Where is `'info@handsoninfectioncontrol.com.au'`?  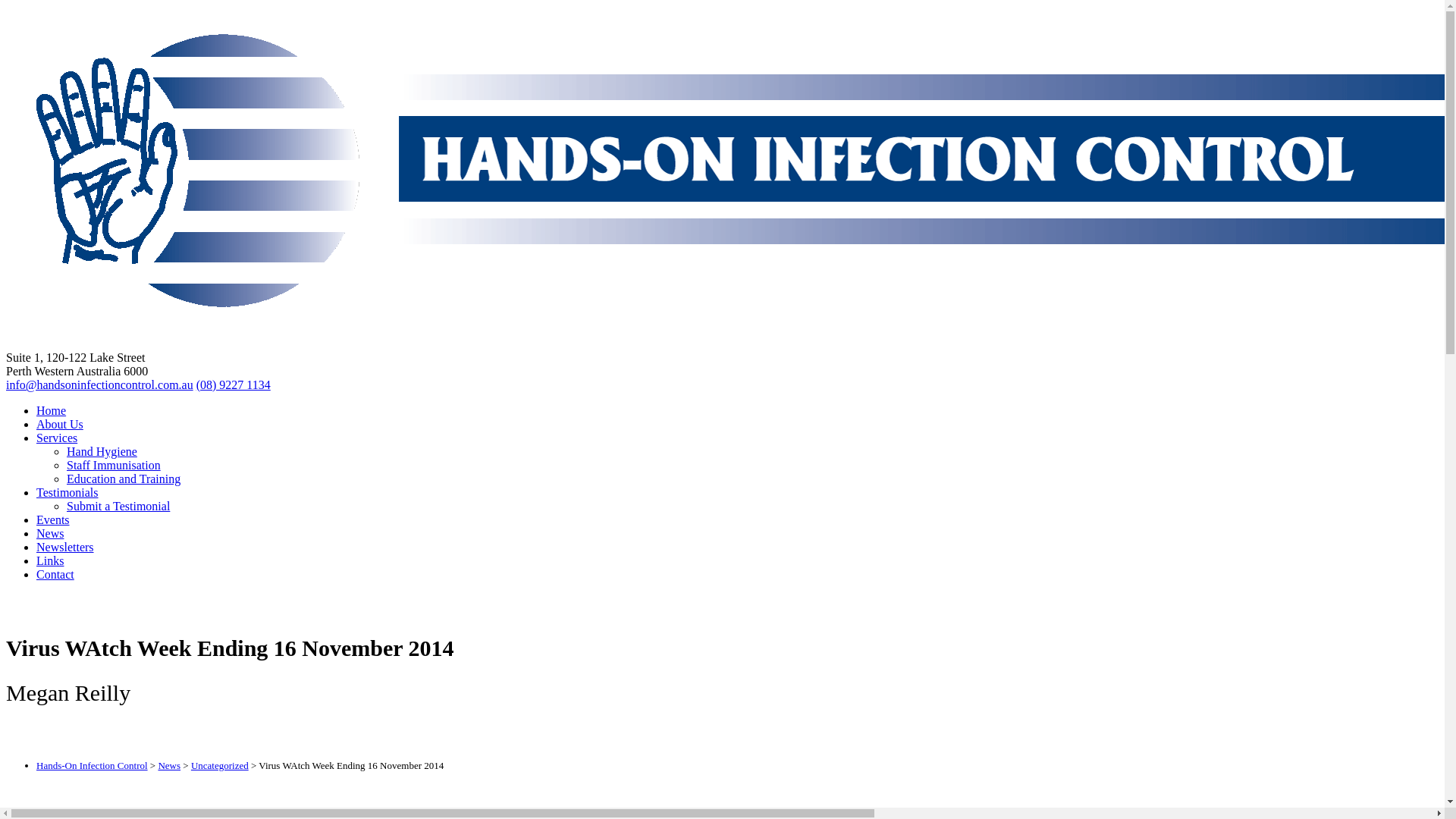 'info@handsoninfectioncontrol.com.au' is located at coordinates (99, 384).